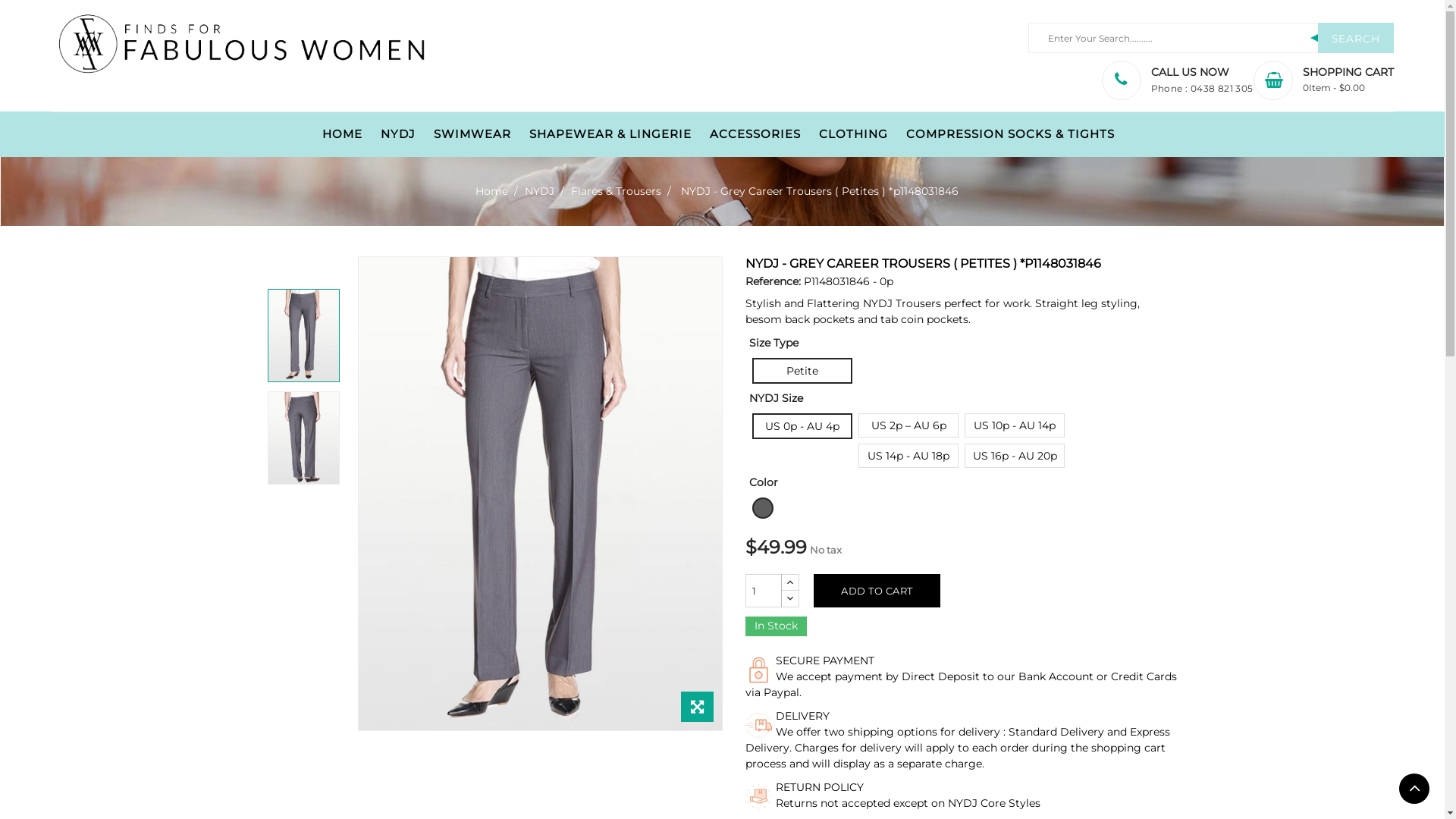 The width and height of the screenshot is (1456, 819). I want to click on 'SEARCH', so click(1355, 37).